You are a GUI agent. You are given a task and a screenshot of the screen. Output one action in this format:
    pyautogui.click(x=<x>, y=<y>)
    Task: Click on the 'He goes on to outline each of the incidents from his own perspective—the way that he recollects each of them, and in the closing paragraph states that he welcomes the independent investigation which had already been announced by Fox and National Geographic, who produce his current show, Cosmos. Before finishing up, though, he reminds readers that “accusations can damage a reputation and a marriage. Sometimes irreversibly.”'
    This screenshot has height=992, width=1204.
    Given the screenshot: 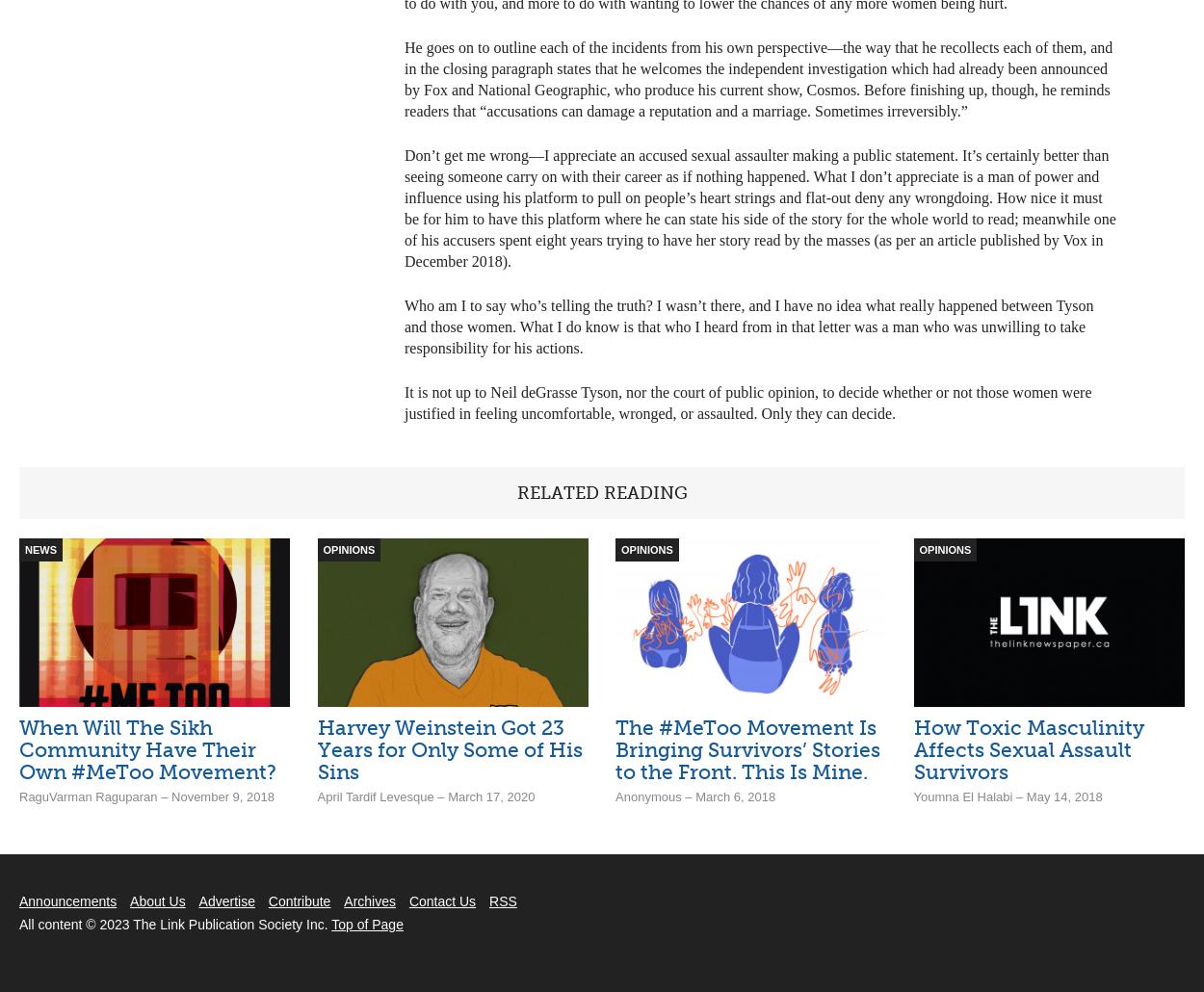 What is the action you would take?
    pyautogui.click(x=758, y=78)
    